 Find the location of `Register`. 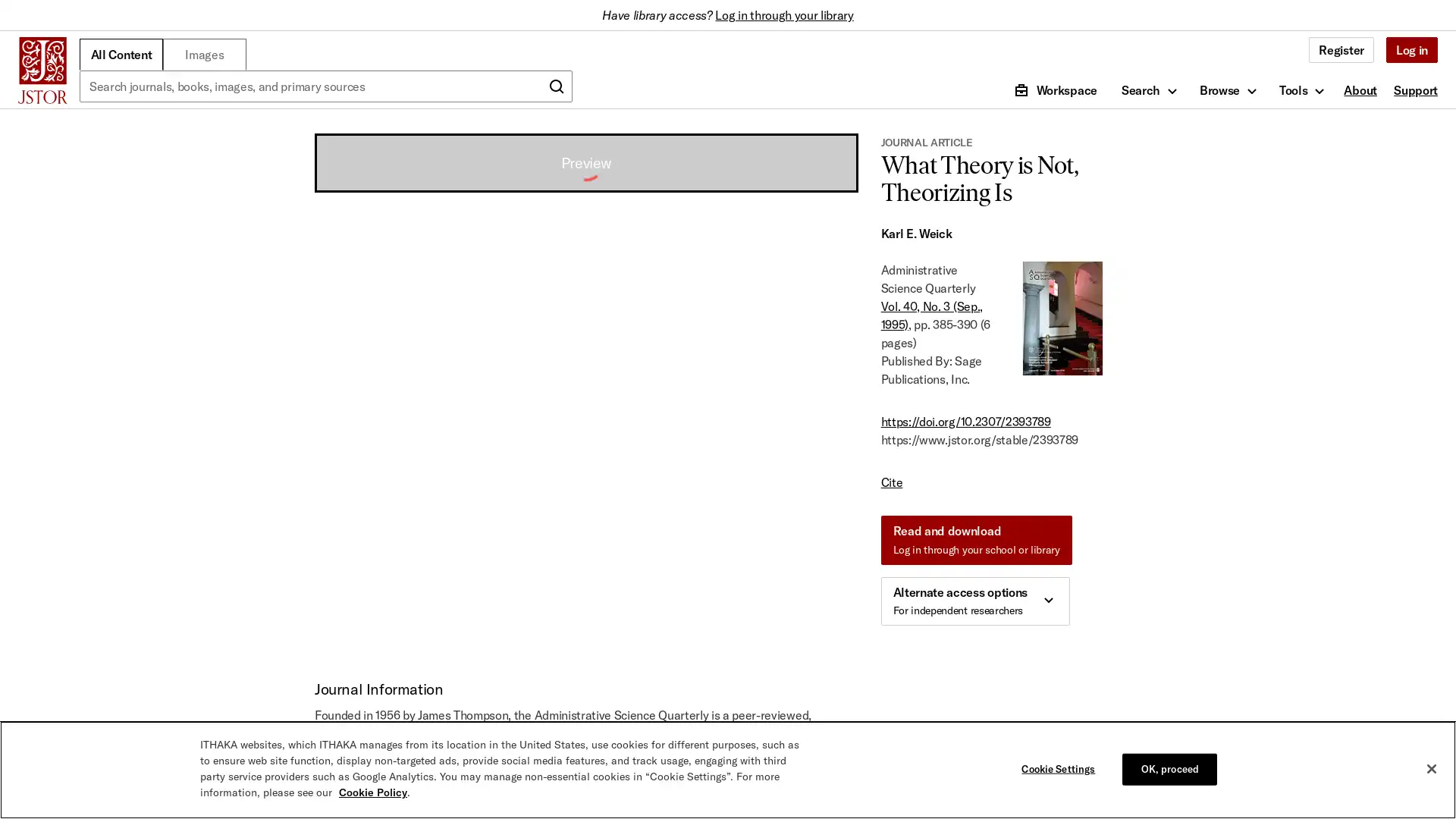

Register is located at coordinates (1341, 49).